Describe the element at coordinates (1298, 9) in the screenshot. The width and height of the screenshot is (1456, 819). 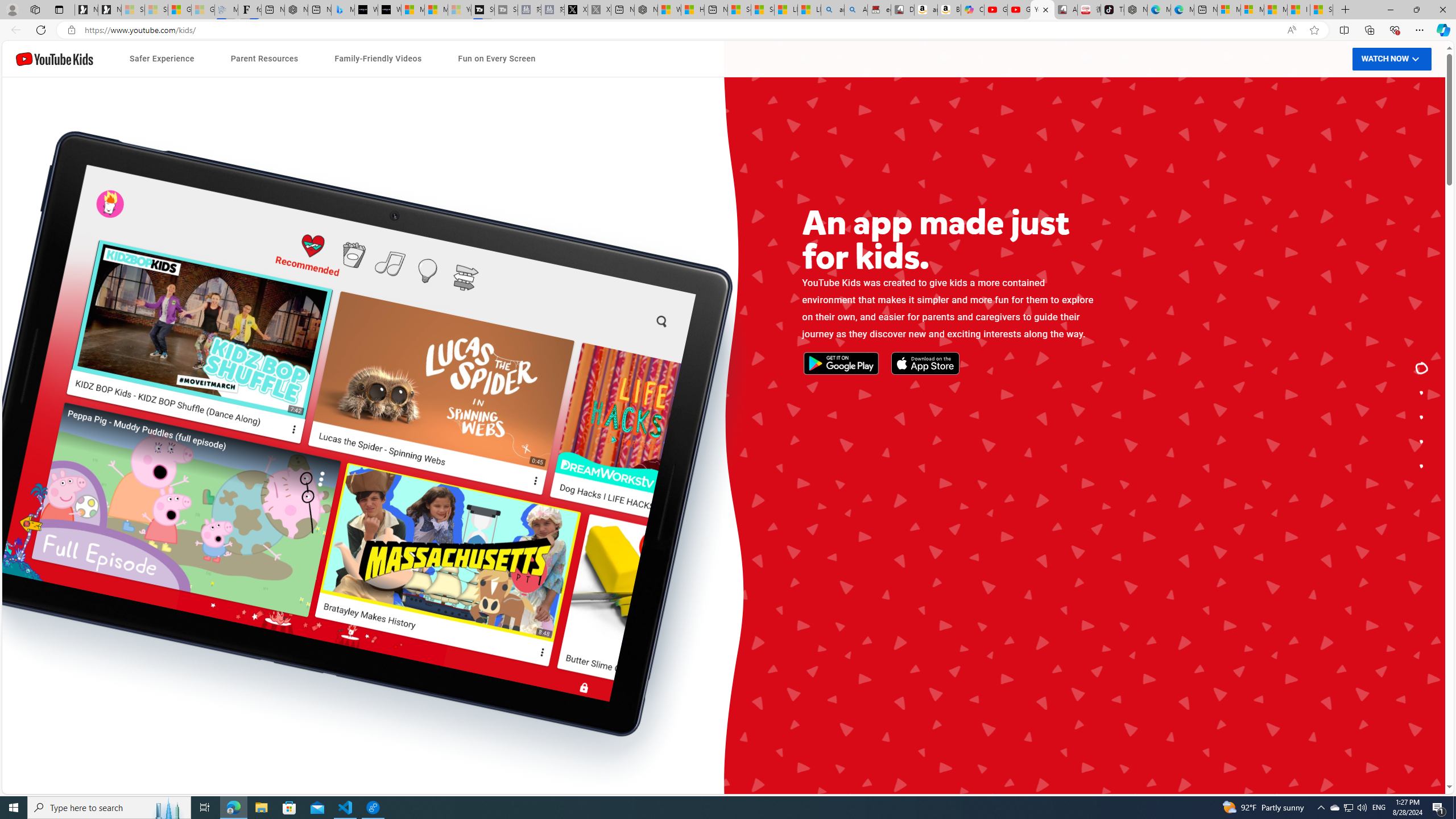
I see `'I Gained 20 Pounds of Muscle in 30 Days! | Watch'` at that location.